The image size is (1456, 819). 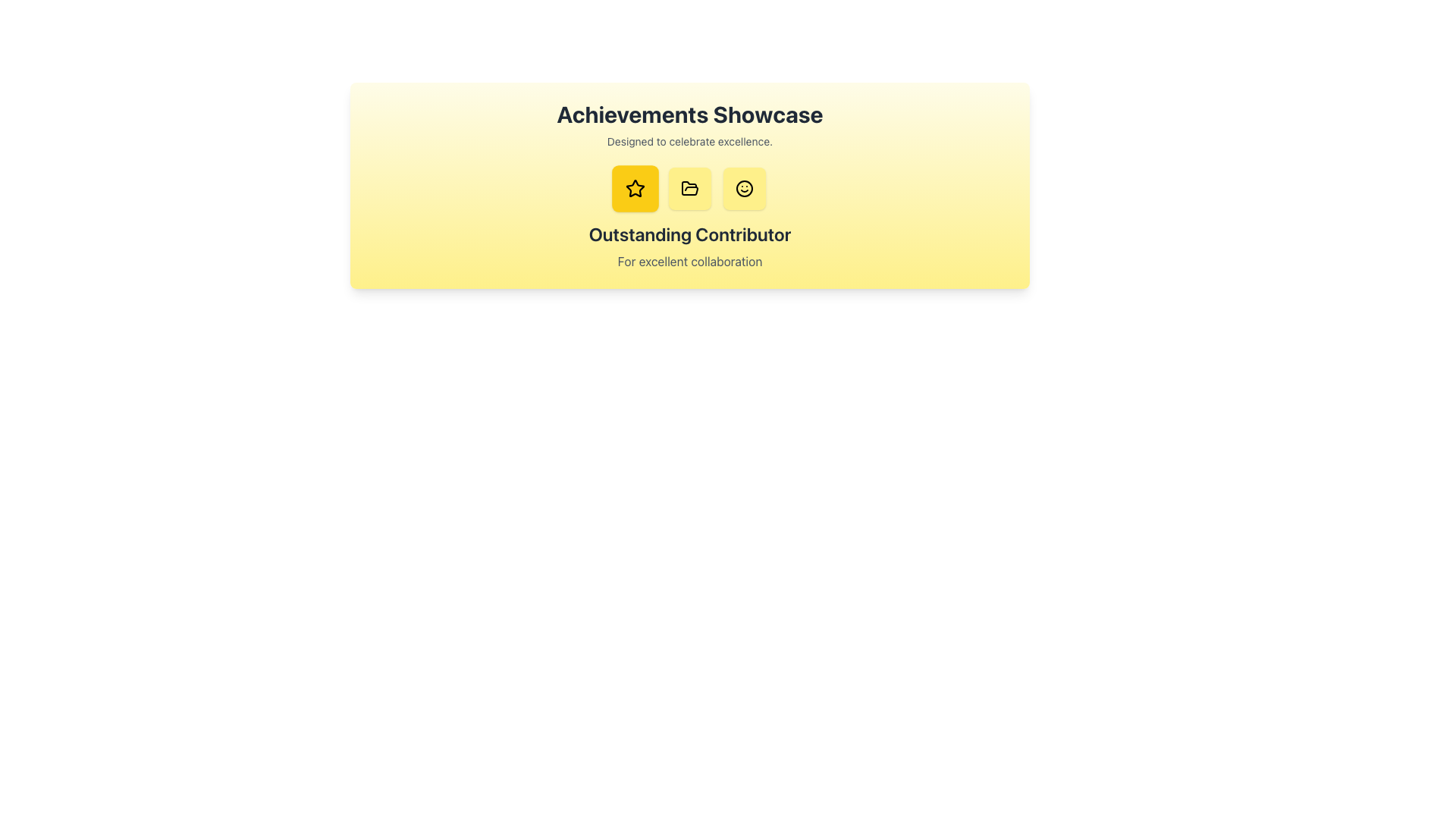 What do you see at coordinates (635, 187) in the screenshot?
I see `the rounded yellow button with a black outlined star icon located in the 'Achievements Showcase' section, positioned to the left of the folder icon and the smiley face icon` at bounding box center [635, 187].